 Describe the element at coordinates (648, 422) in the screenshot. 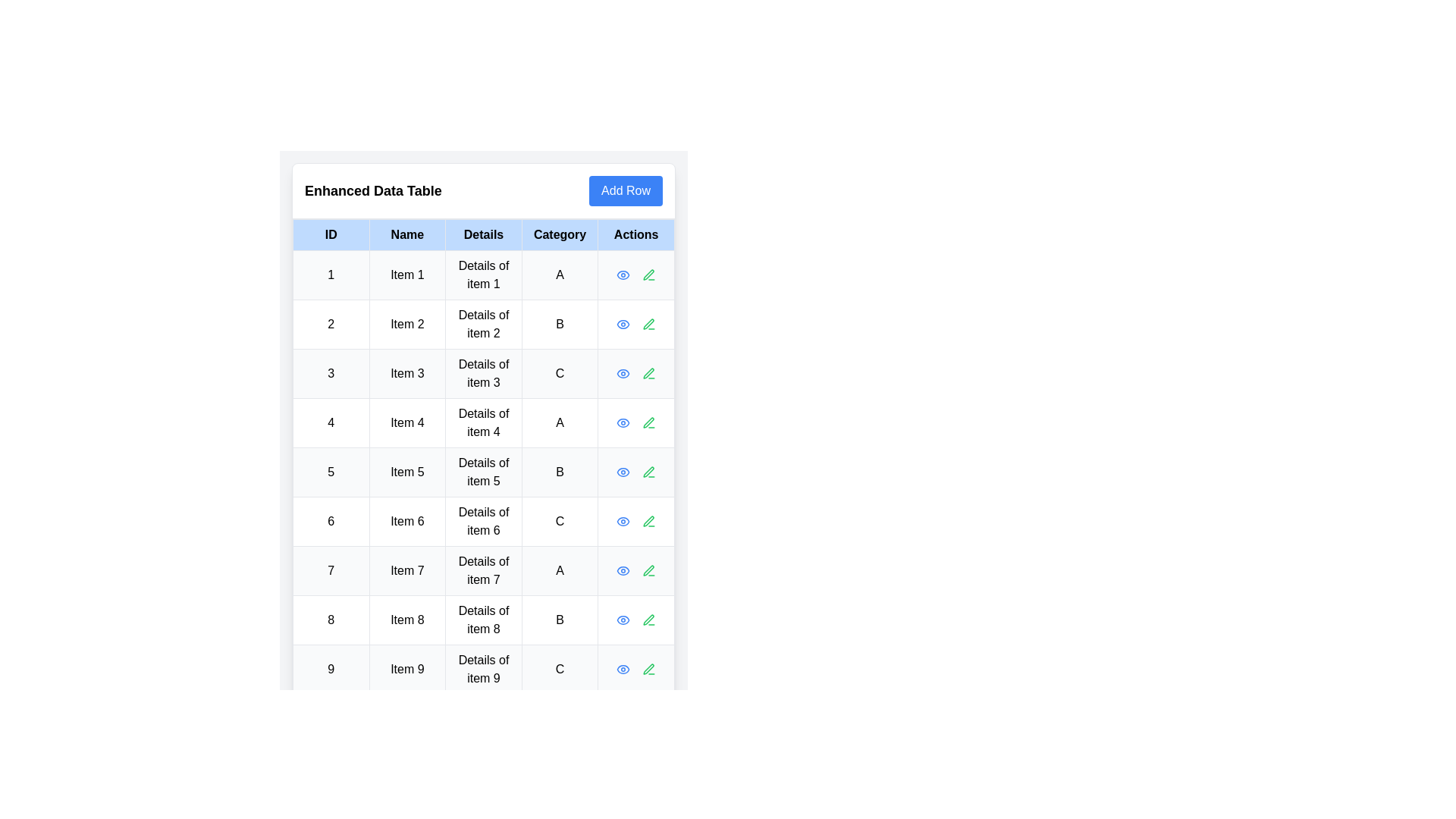

I see `the edit icon for 'Item 4' in the 'Actions' column` at that location.